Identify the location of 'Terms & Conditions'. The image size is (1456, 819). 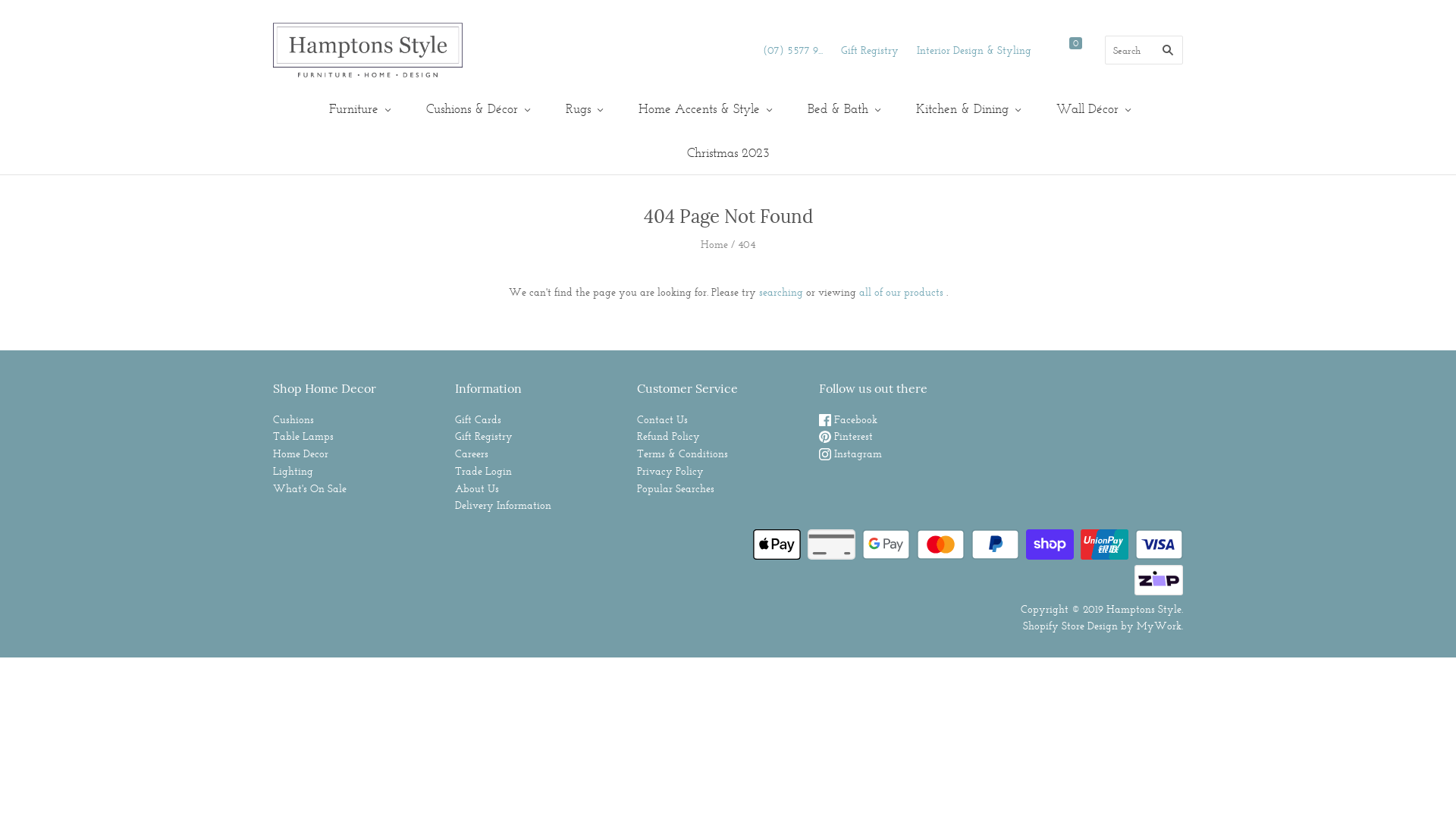
(682, 452).